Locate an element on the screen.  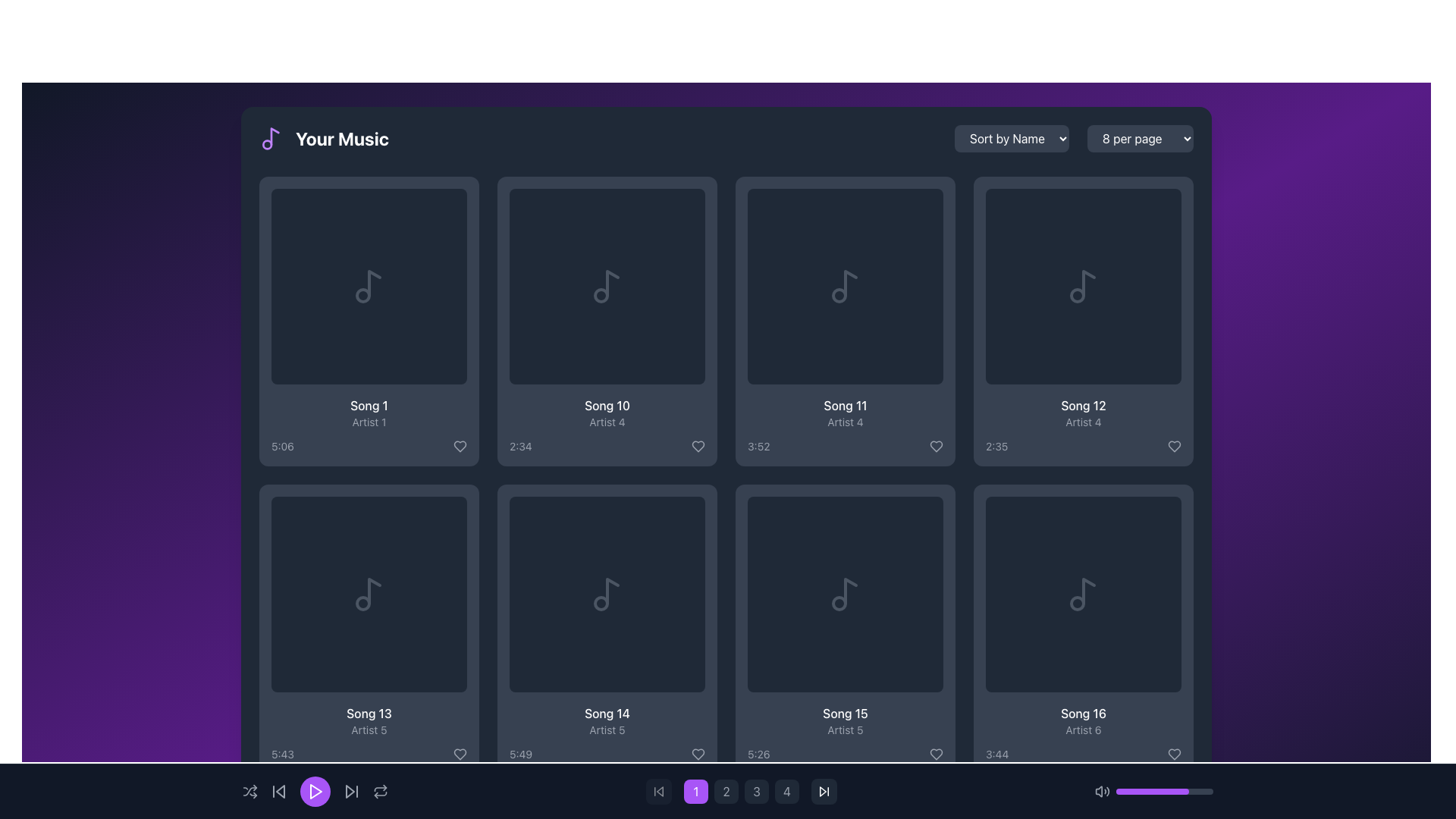
the visual card representing a media item in the second row and fourth column of the grid layout is located at coordinates (607, 593).